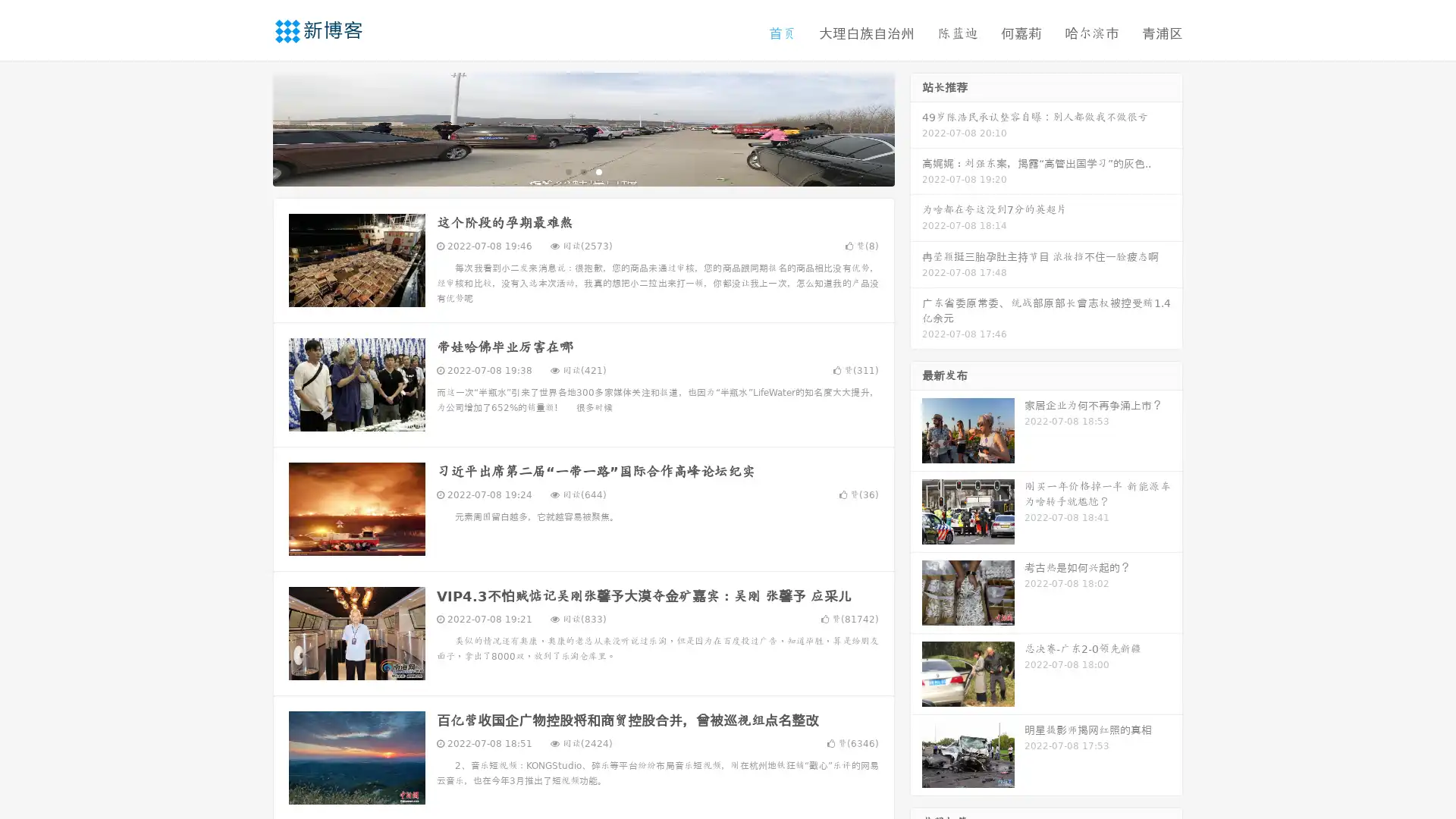 The height and width of the screenshot is (819, 1456). Describe the element at coordinates (582, 171) in the screenshot. I see `Go to slide 2` at that location.